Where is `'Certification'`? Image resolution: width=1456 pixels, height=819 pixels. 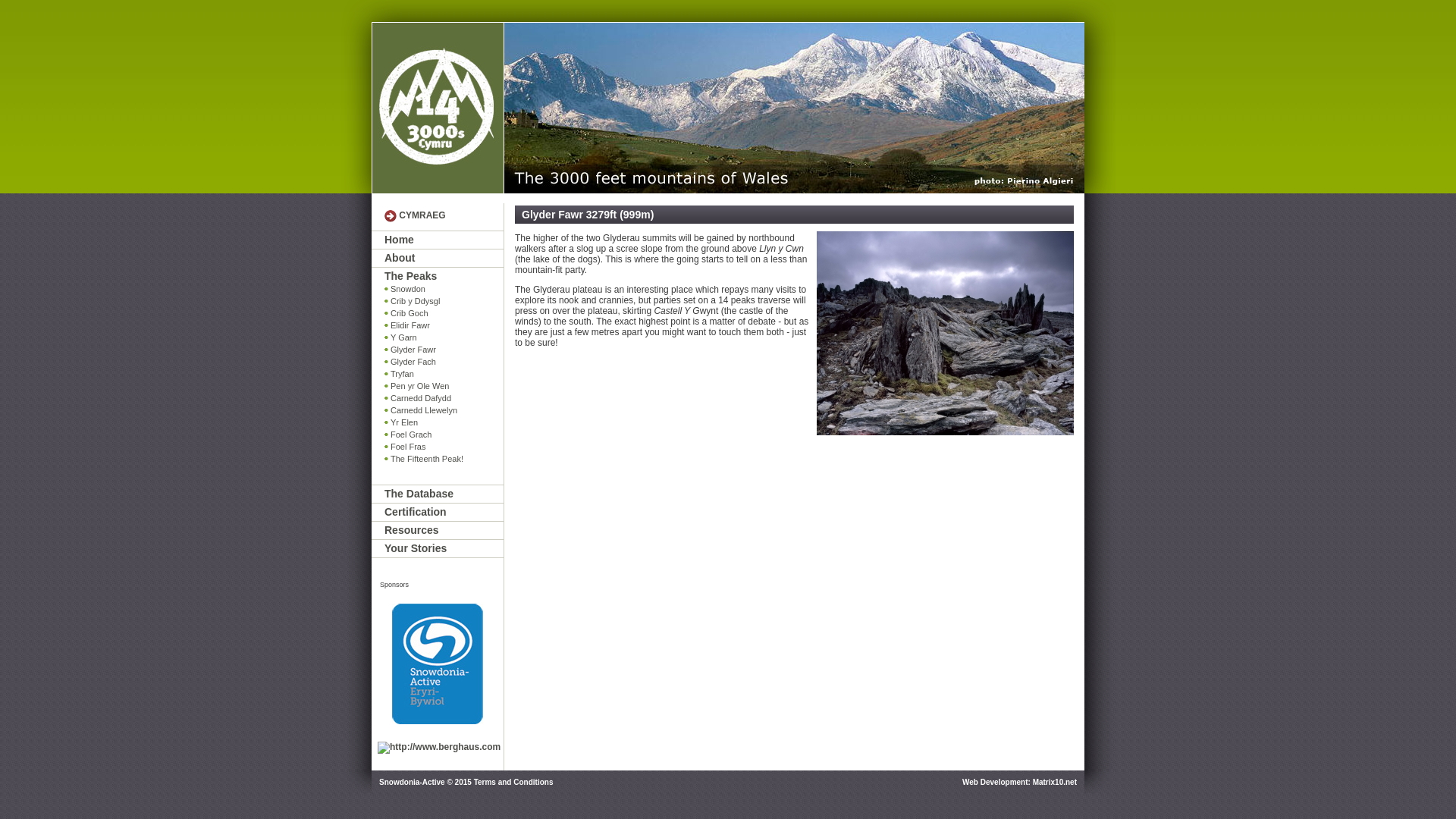 'Certification' is located at coordinates (384, 512).